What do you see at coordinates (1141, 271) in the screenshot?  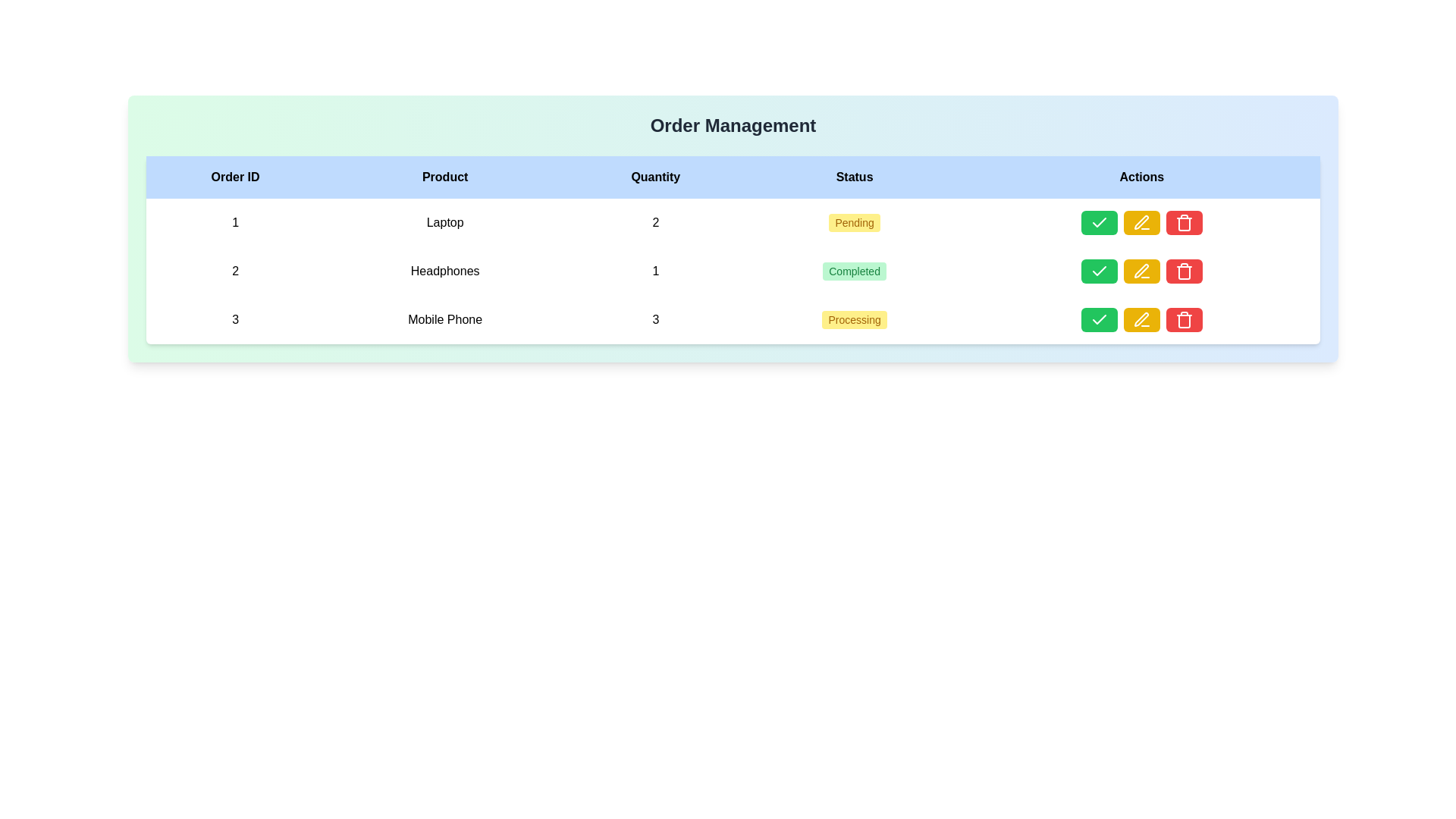 I see `any of the three interactive buttons in the 'Actions' column of the second row corresponding to the 'Headphones' order entry` at bounding box center [1141, 271].